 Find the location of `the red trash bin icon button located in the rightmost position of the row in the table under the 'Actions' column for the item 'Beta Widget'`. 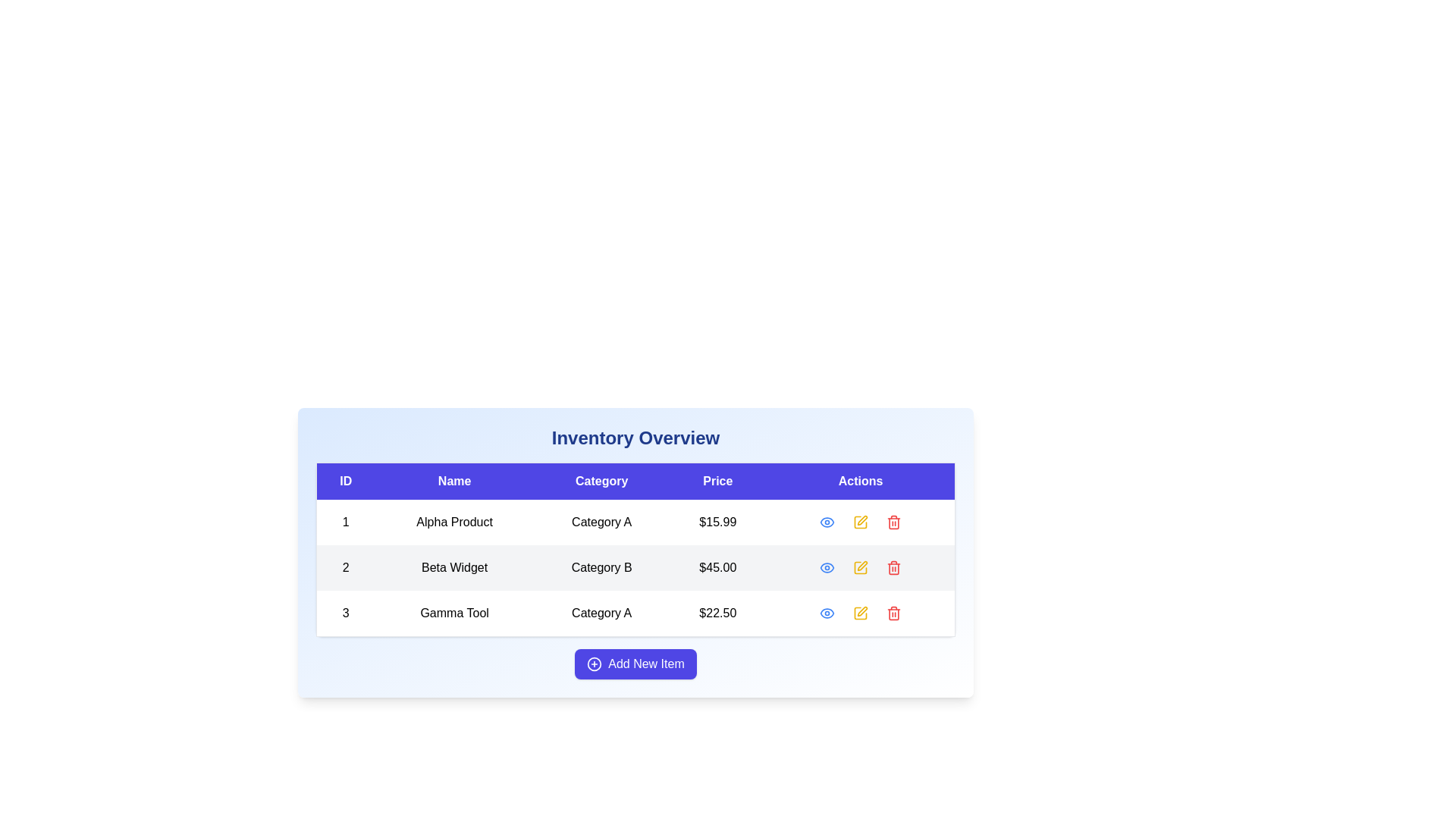

the red trash bin icon button located in the rightmost position of the row in the table under the 'Actions' column for the item 'Beta Widget' is located at coordinates (894, 567).